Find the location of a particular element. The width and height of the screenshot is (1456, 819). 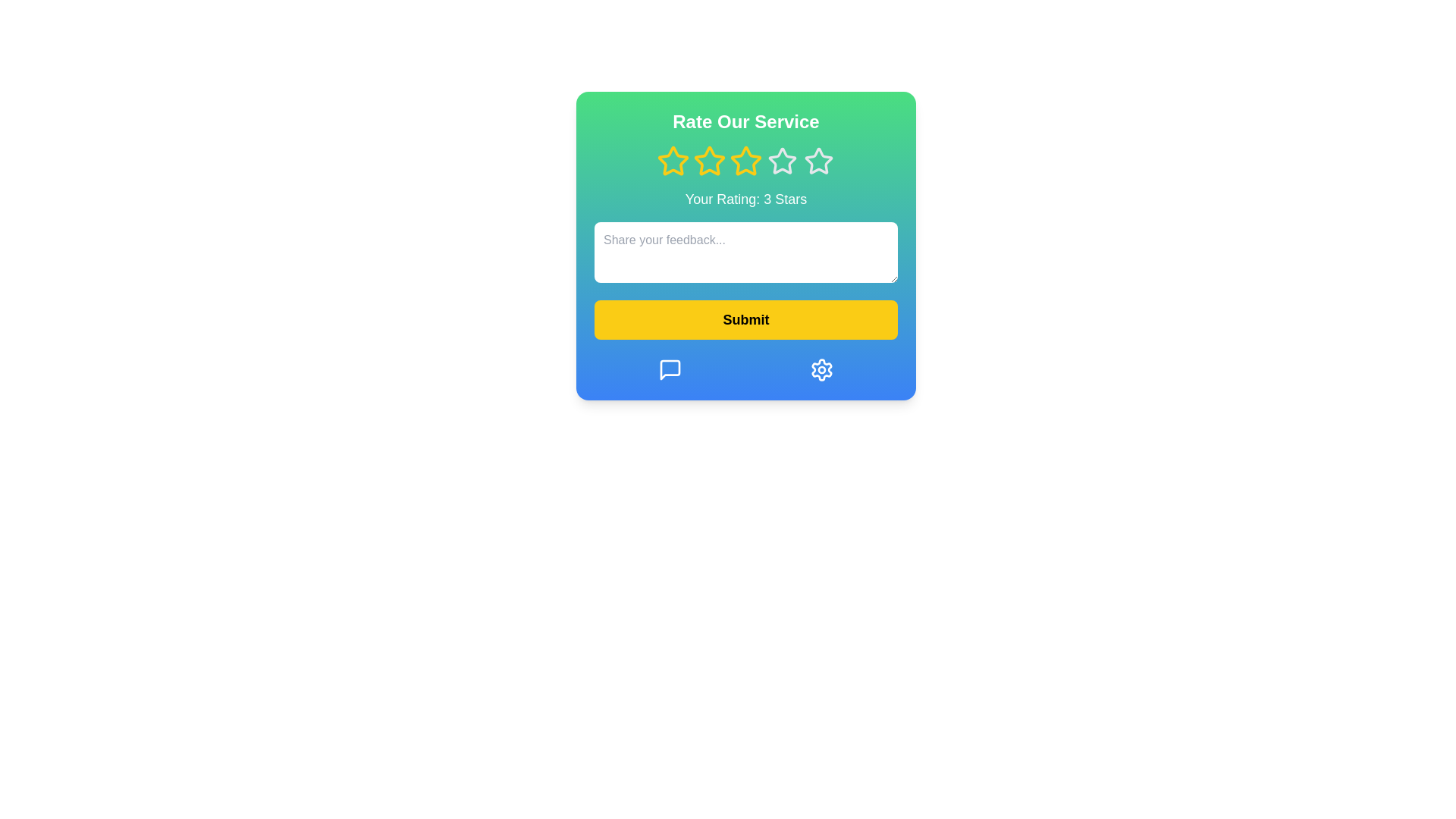

the existing text in the text input field located beneath the star rating system and labeled 'Your Rating: 3 Stars' is located at coordinates (745, 251).